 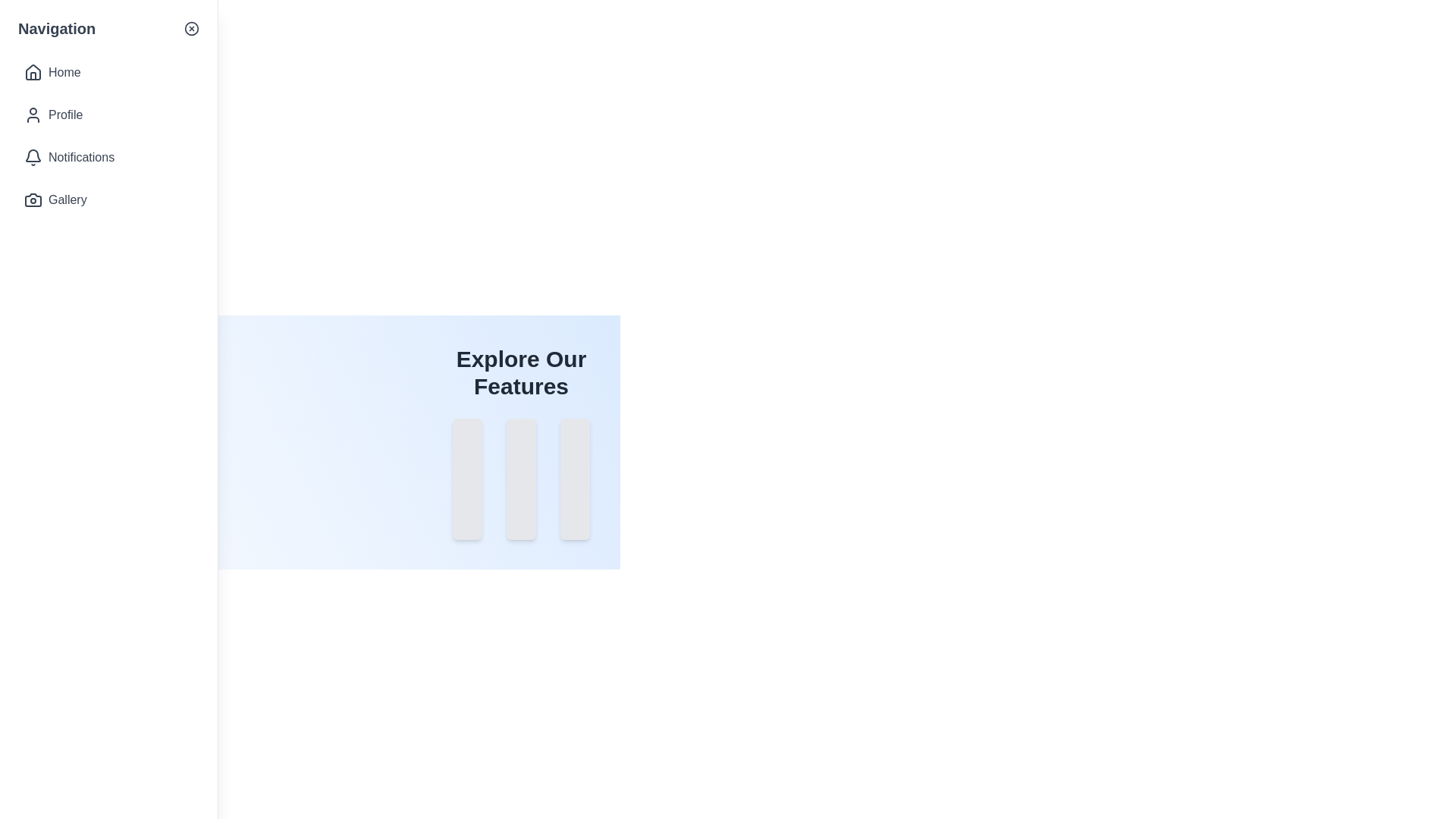 I want to click on the user profile icon located in the navigation sidebar, positioned to the left of the 'Profile' text, so click(x=33, y=114).